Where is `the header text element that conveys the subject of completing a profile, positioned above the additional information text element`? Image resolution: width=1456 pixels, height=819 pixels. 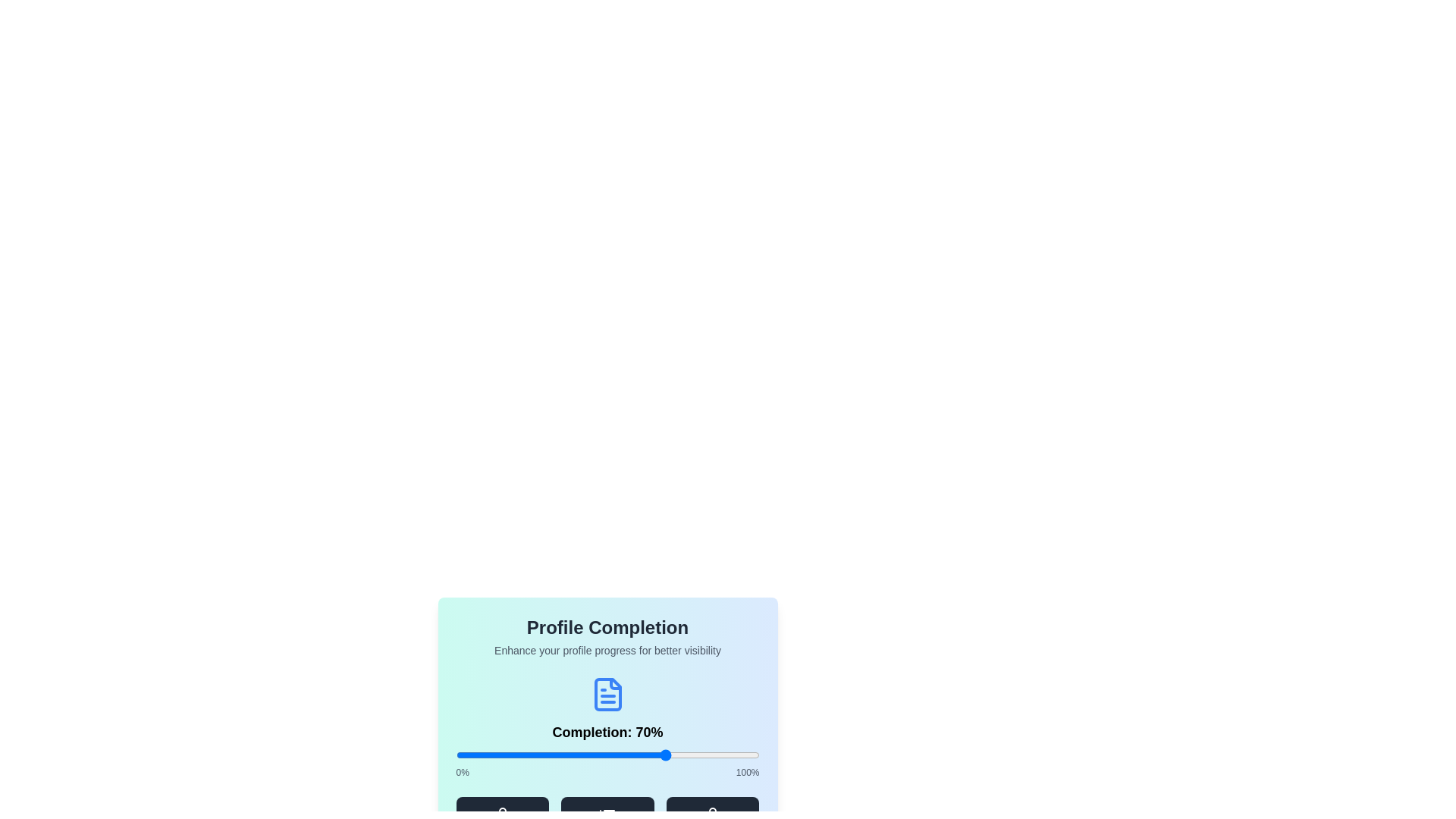 the header text element that conveys the subject of completing a profile, positioned above the additional information text element is located at coordinates (607, 628).